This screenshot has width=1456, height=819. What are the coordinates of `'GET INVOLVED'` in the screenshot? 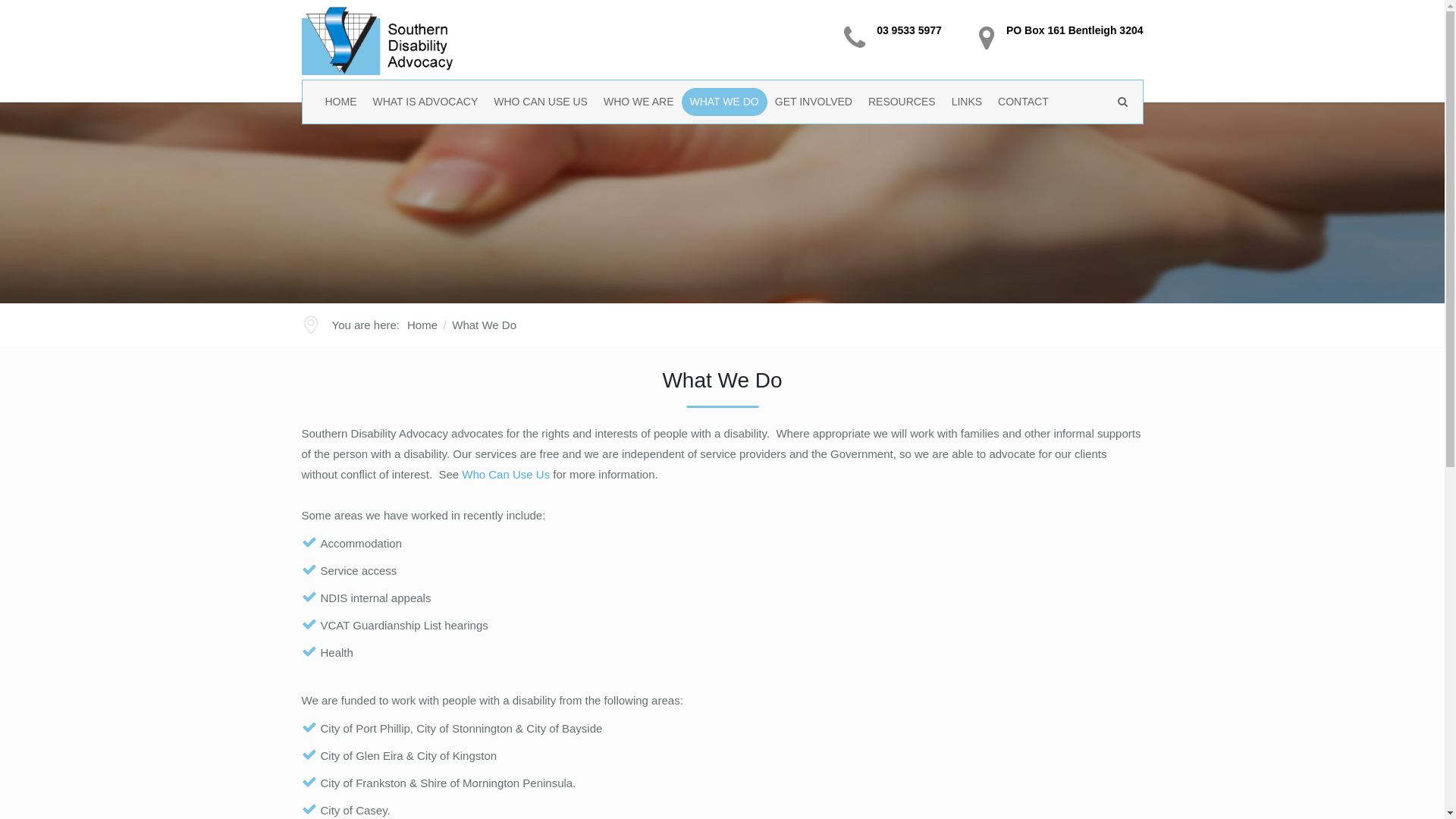 It's located at (767, 102).